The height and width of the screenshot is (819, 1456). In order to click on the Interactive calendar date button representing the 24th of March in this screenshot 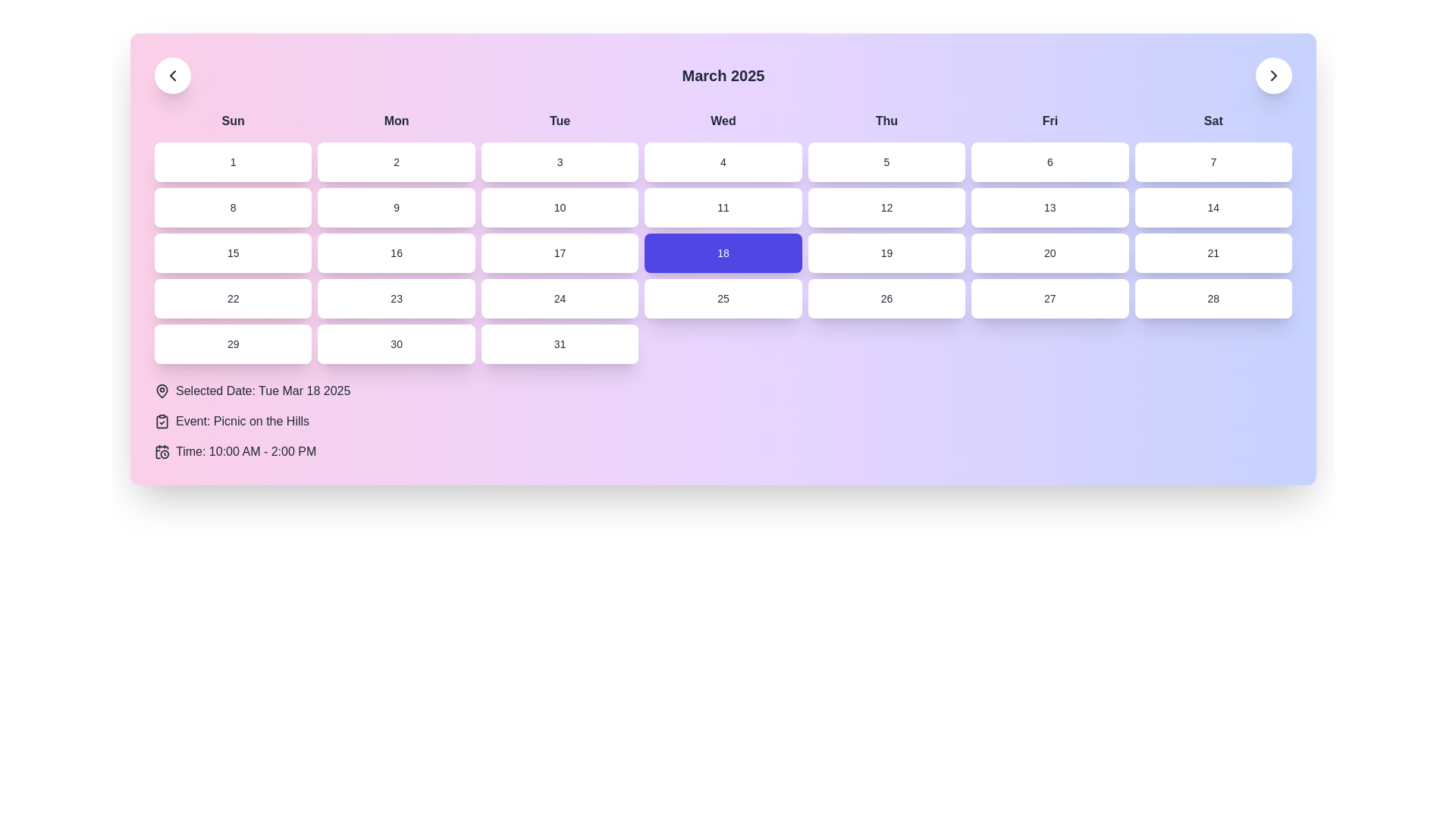, I will do `click(559, 298)`.